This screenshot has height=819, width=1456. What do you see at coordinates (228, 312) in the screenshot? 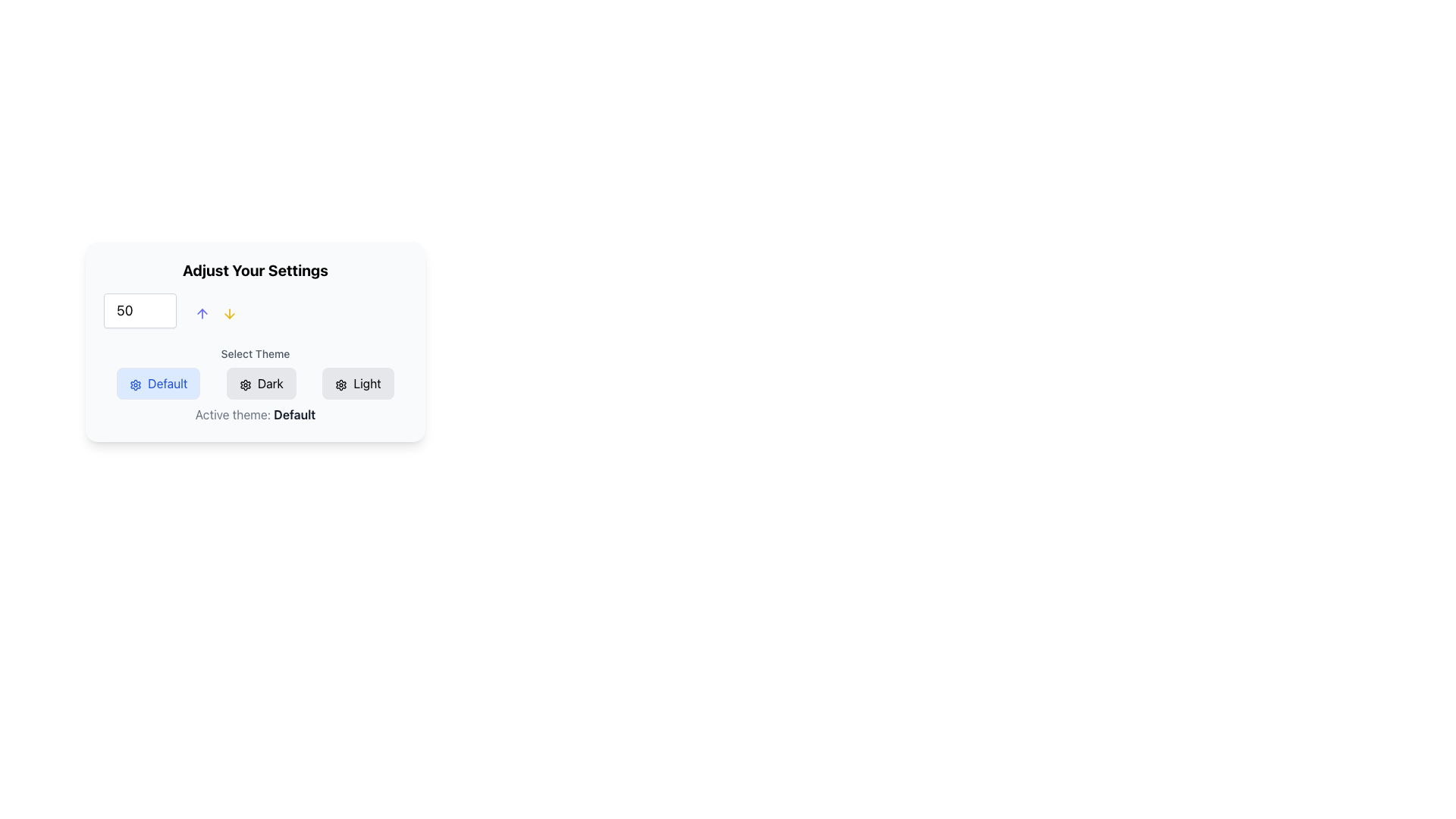
I see `the yellow downward-pointing arrow icon button located in the middle of the settings panel, adjacent to an input box displaying '50'` at bounding box center [228, 312].